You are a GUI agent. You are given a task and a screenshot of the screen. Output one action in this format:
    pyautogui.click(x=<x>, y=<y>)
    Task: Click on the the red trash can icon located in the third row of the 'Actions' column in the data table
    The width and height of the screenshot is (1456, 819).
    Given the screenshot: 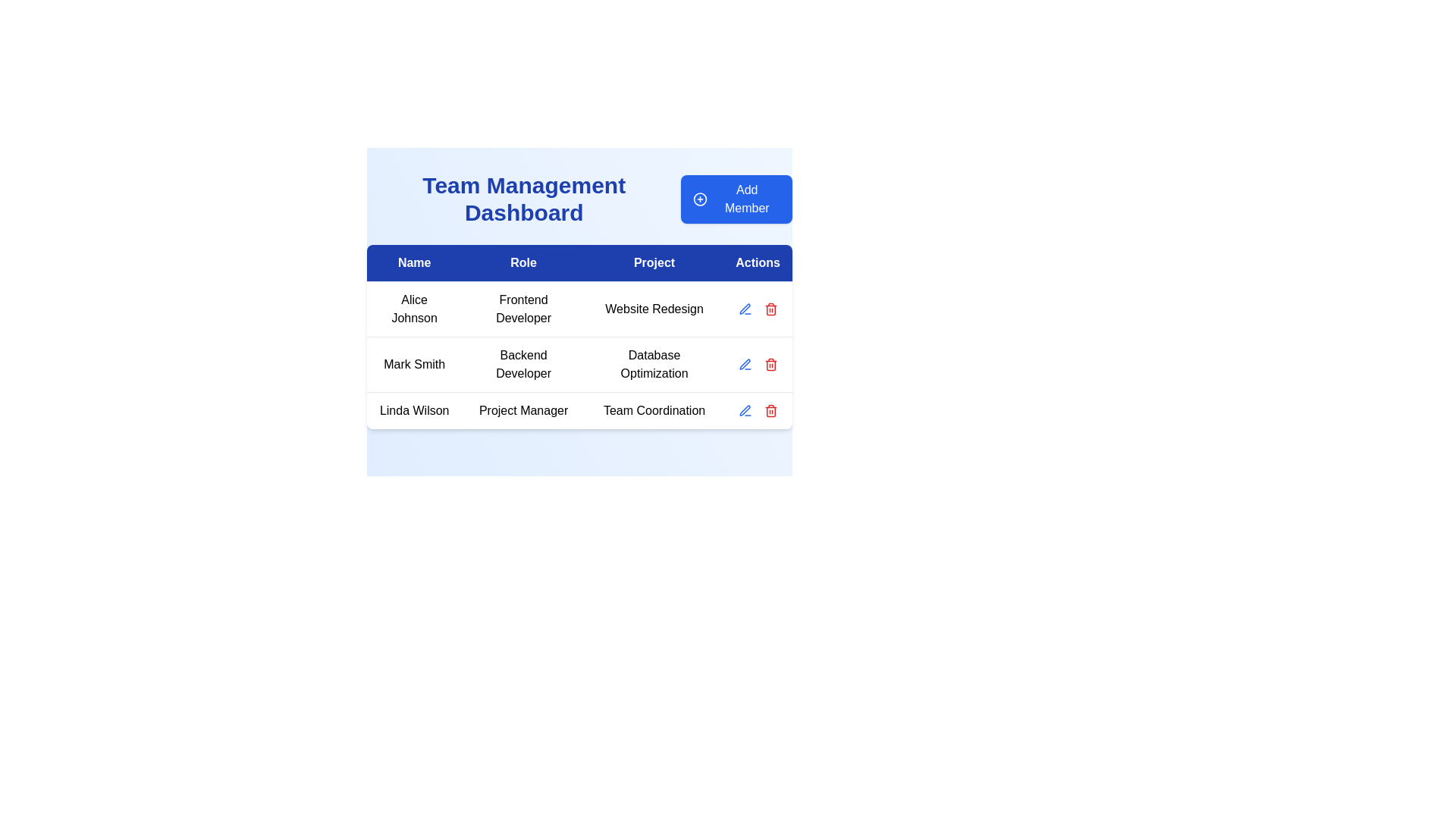 What is the action you would take?
    pyautogui.click(x=770, y=412)
    